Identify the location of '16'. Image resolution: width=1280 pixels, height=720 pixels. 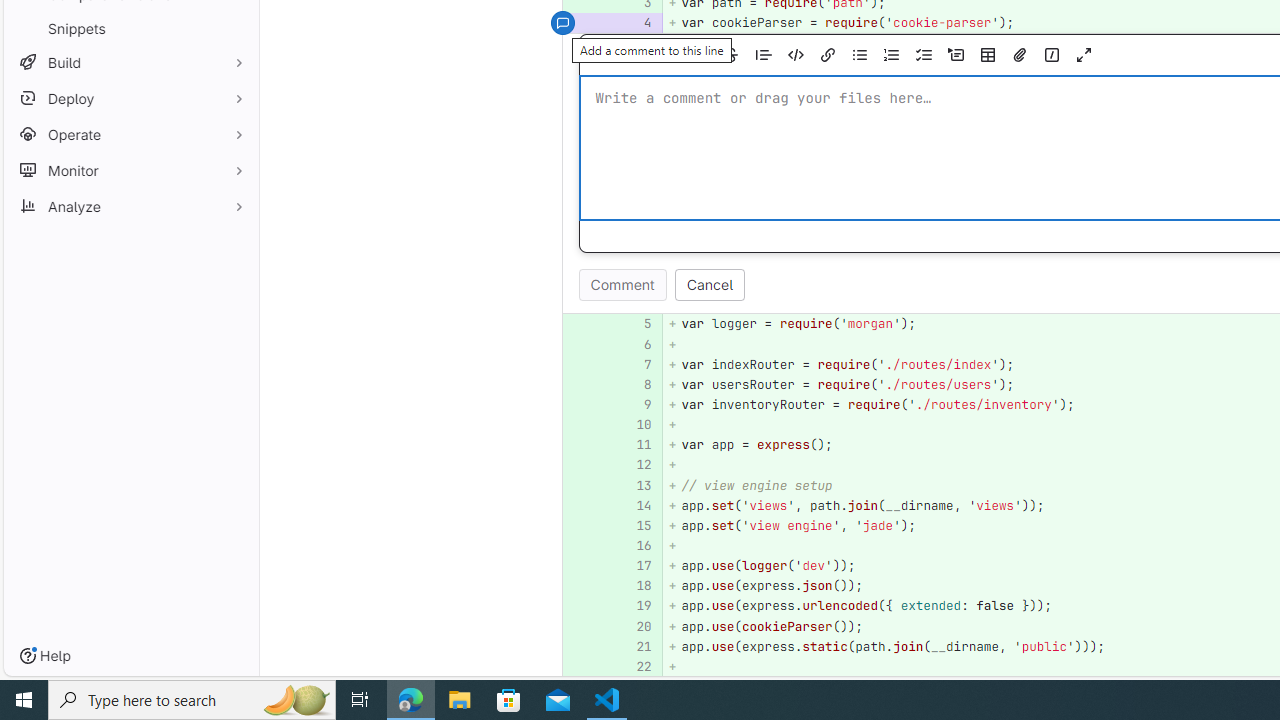
(633, 546).